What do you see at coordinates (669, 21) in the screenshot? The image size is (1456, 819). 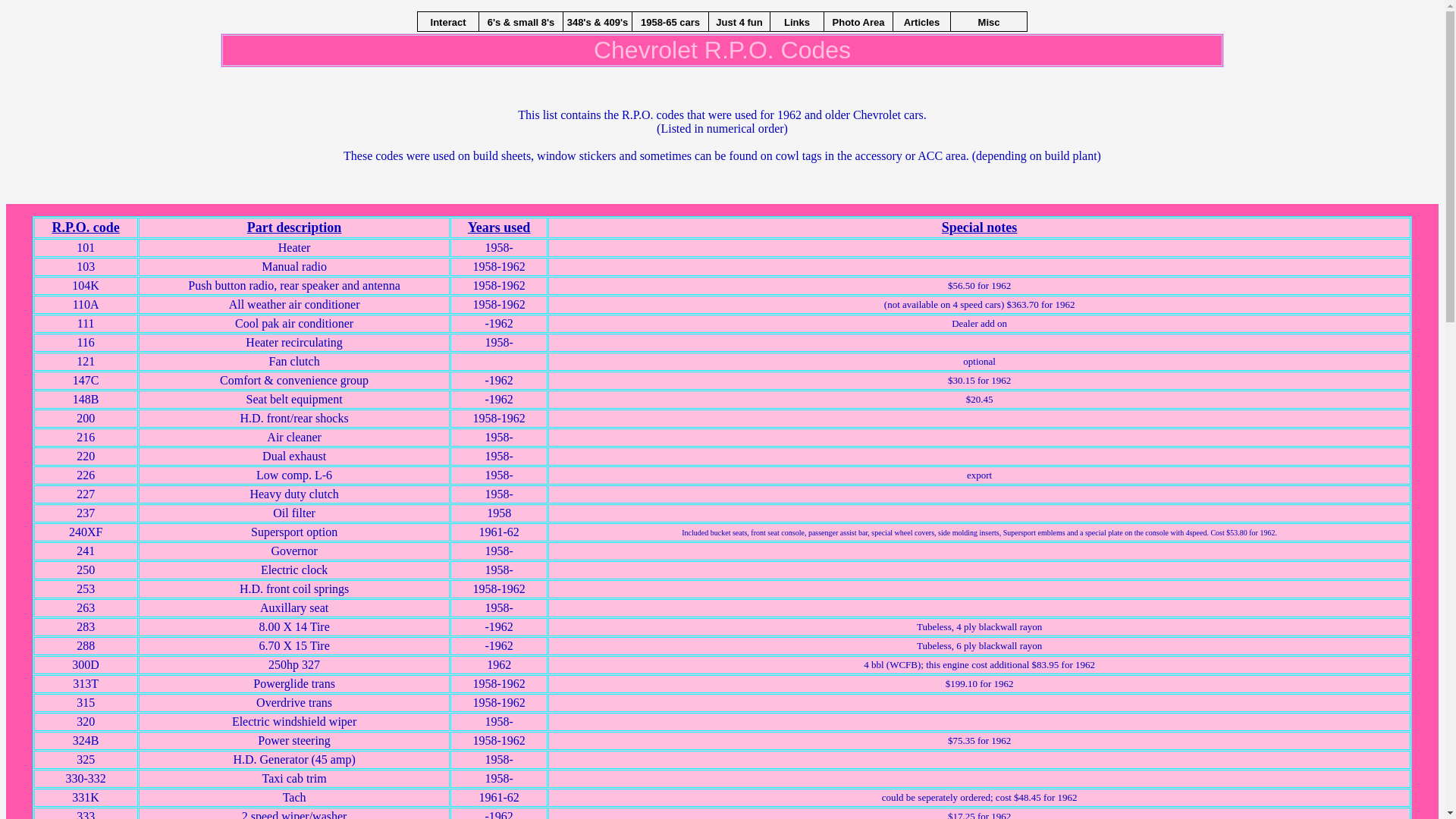 I see `'1958-65 cars'` at bounding box center [669, 21].